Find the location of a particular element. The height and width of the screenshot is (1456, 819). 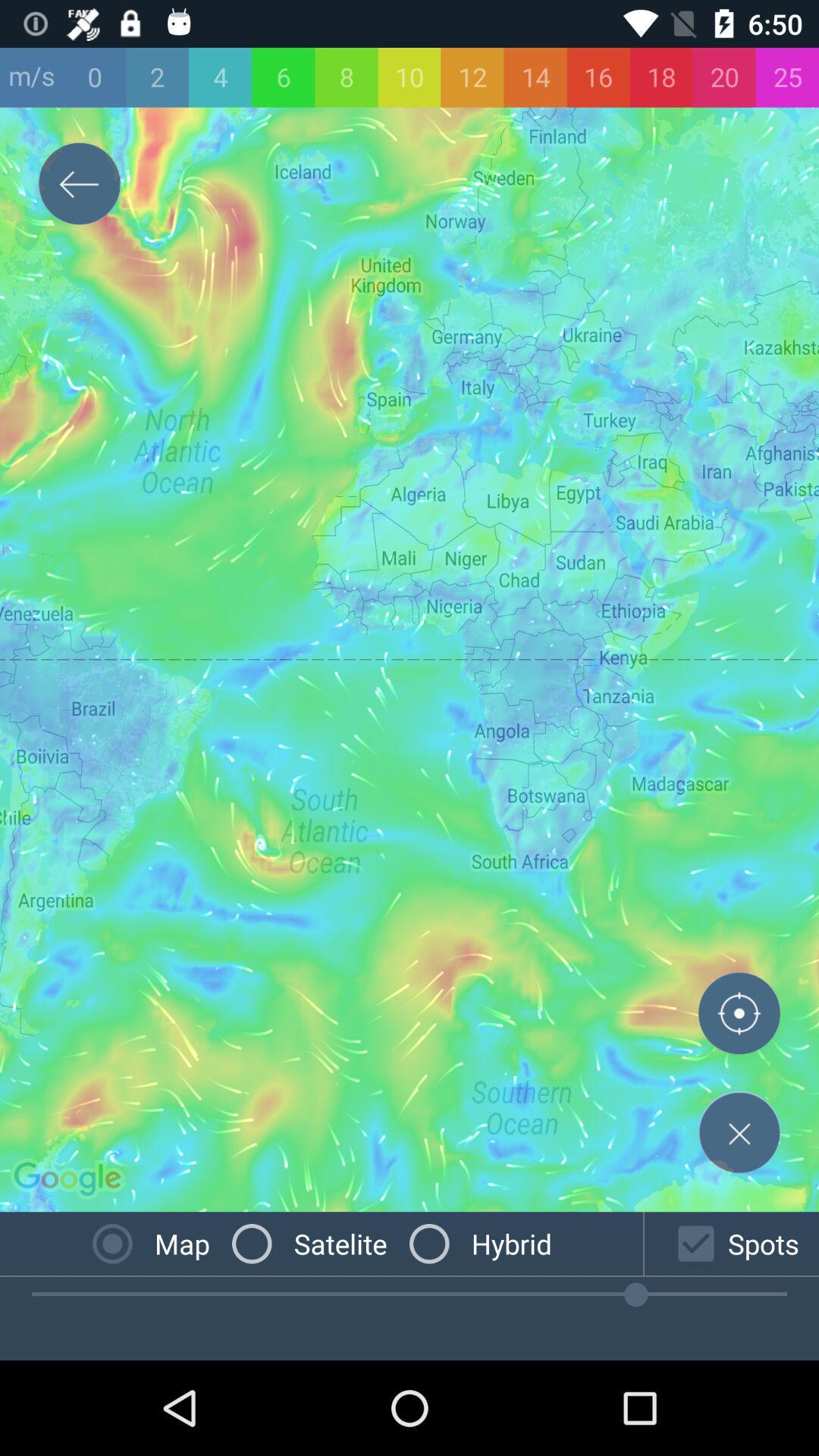

the close icon is located at coordinates (739, 1132).